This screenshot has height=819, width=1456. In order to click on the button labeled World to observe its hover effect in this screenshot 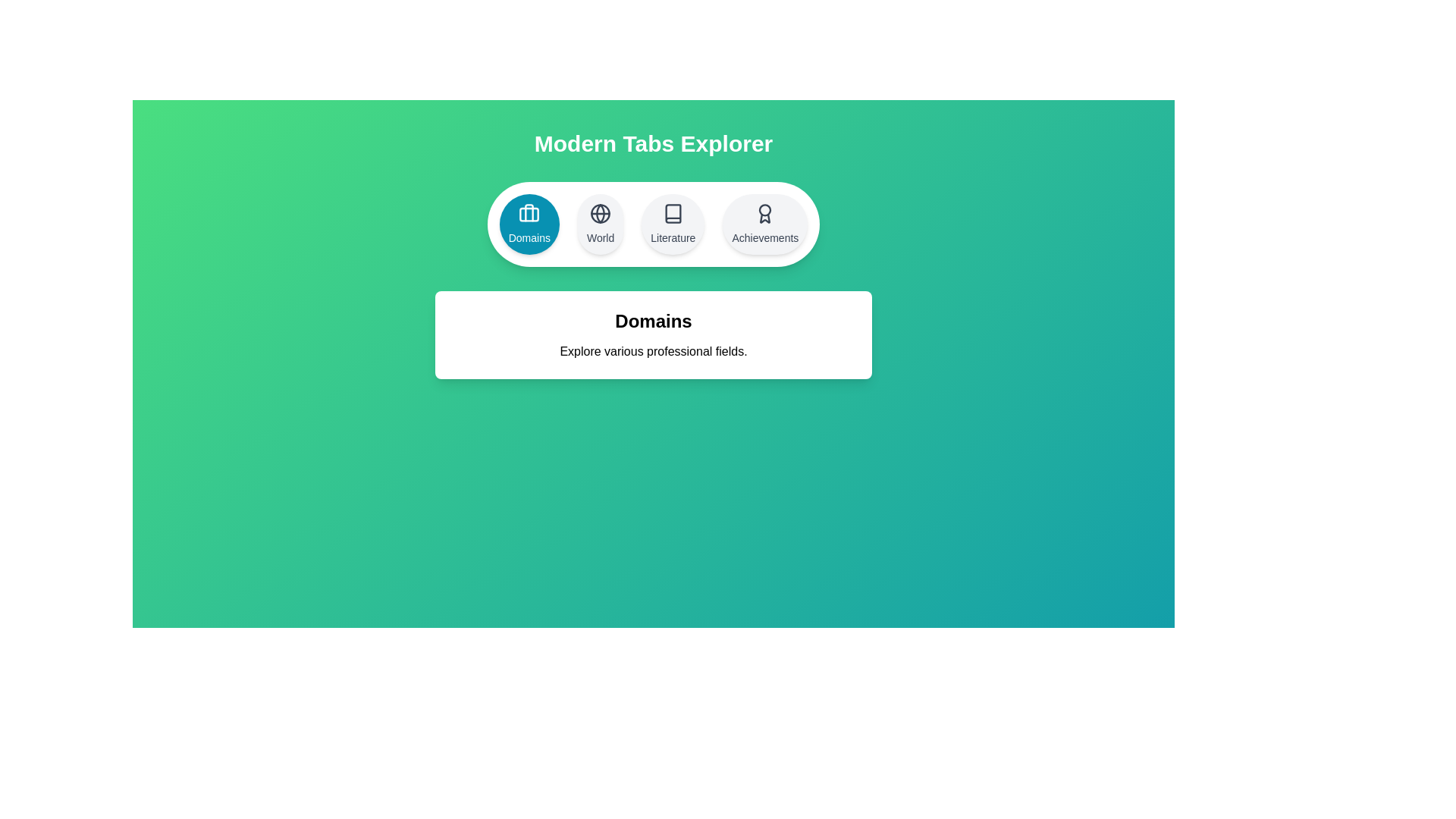, I will do `click(600, 224)`.